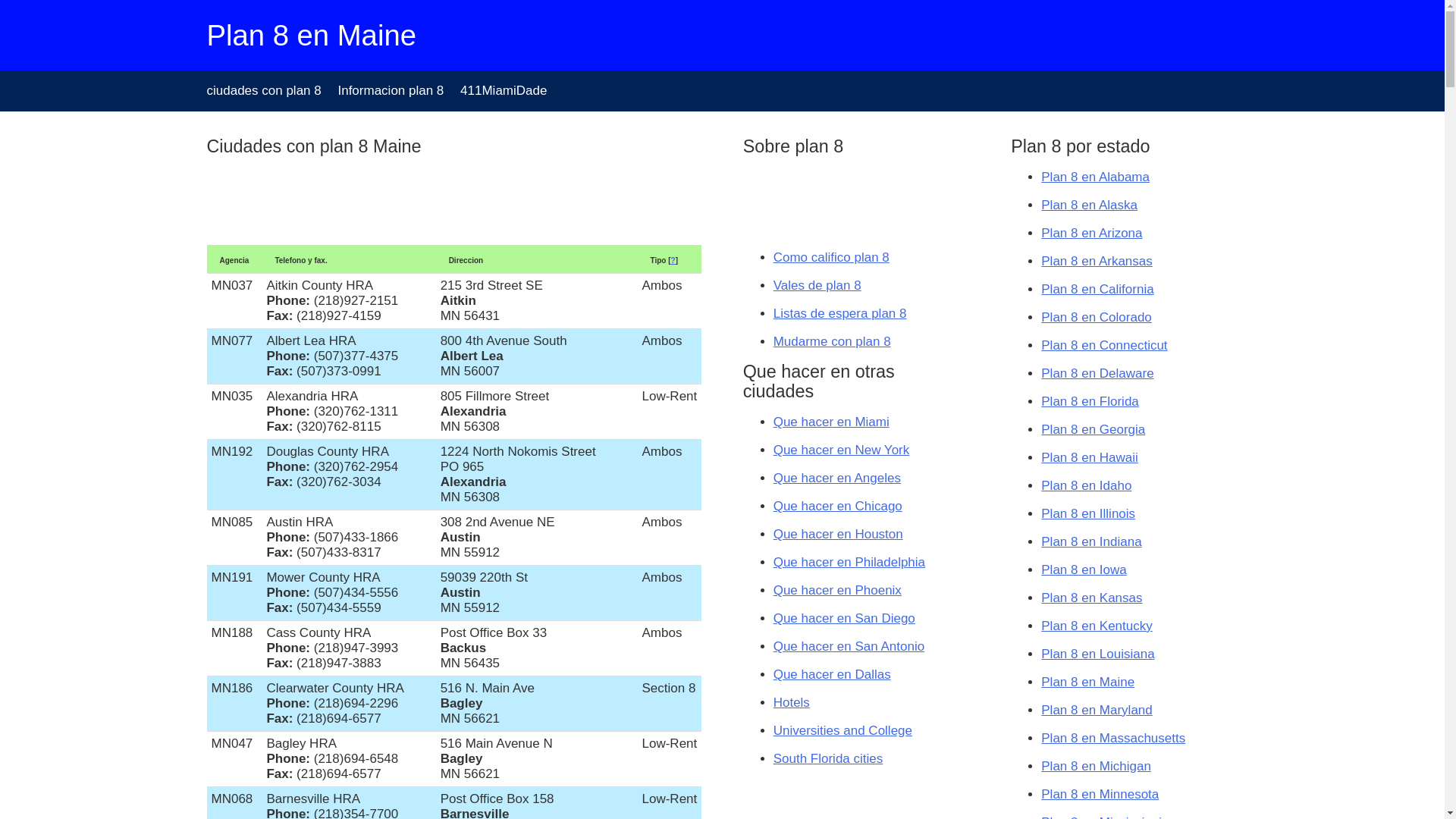 The image size is (1456, 819). What do you see at coordinates (773, 758) in the screenshot?
I see `'South Florida cities'` at bounding box center [773, 758].